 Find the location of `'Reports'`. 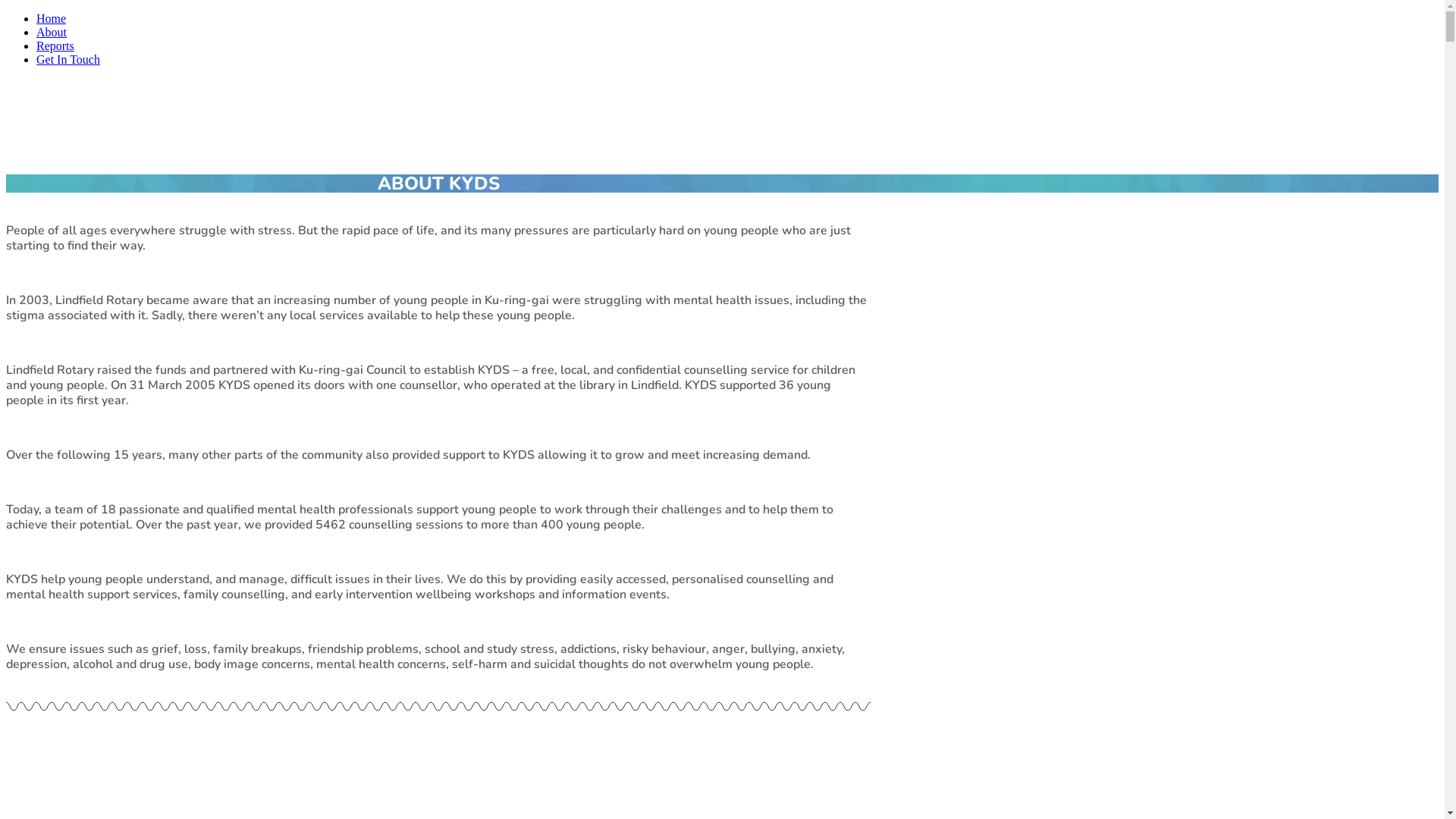

'Reports' is located at coordinates (36, 45).